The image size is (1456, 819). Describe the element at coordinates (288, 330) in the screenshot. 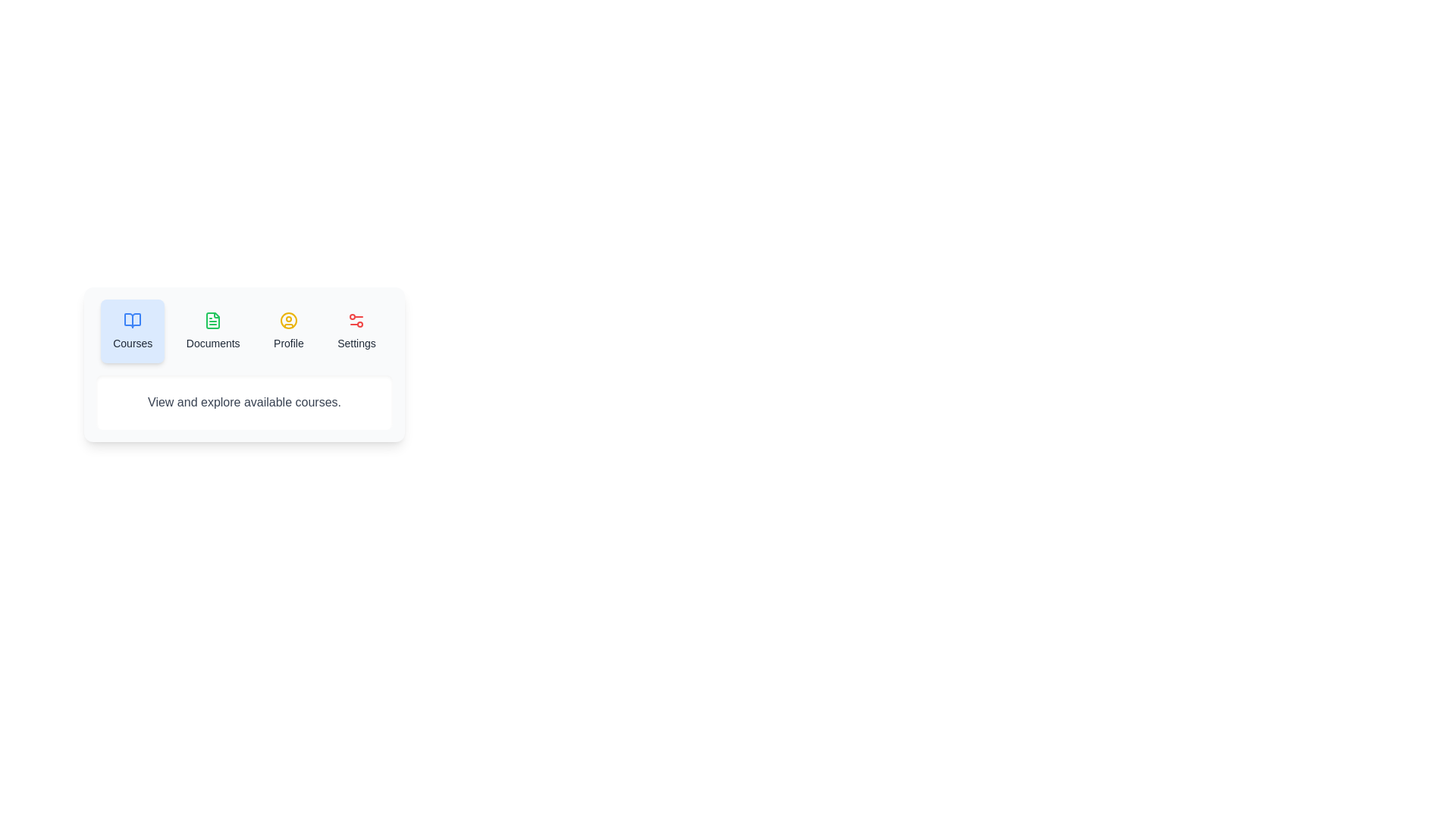

I see `the tab labeled Profile to observe its hover effect` at that location.